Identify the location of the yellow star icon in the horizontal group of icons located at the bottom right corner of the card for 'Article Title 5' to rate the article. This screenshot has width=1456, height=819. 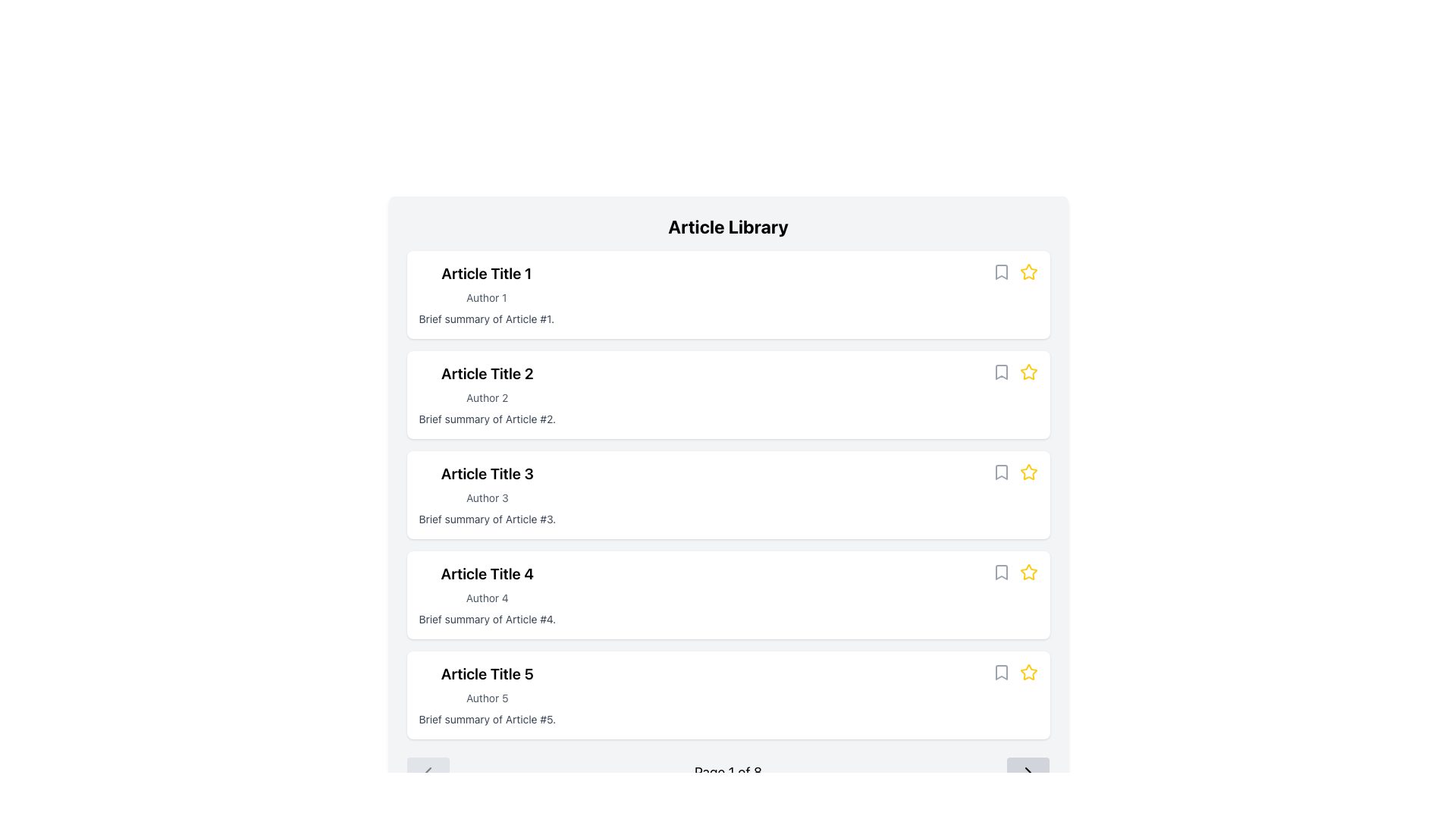
(1015, 672).